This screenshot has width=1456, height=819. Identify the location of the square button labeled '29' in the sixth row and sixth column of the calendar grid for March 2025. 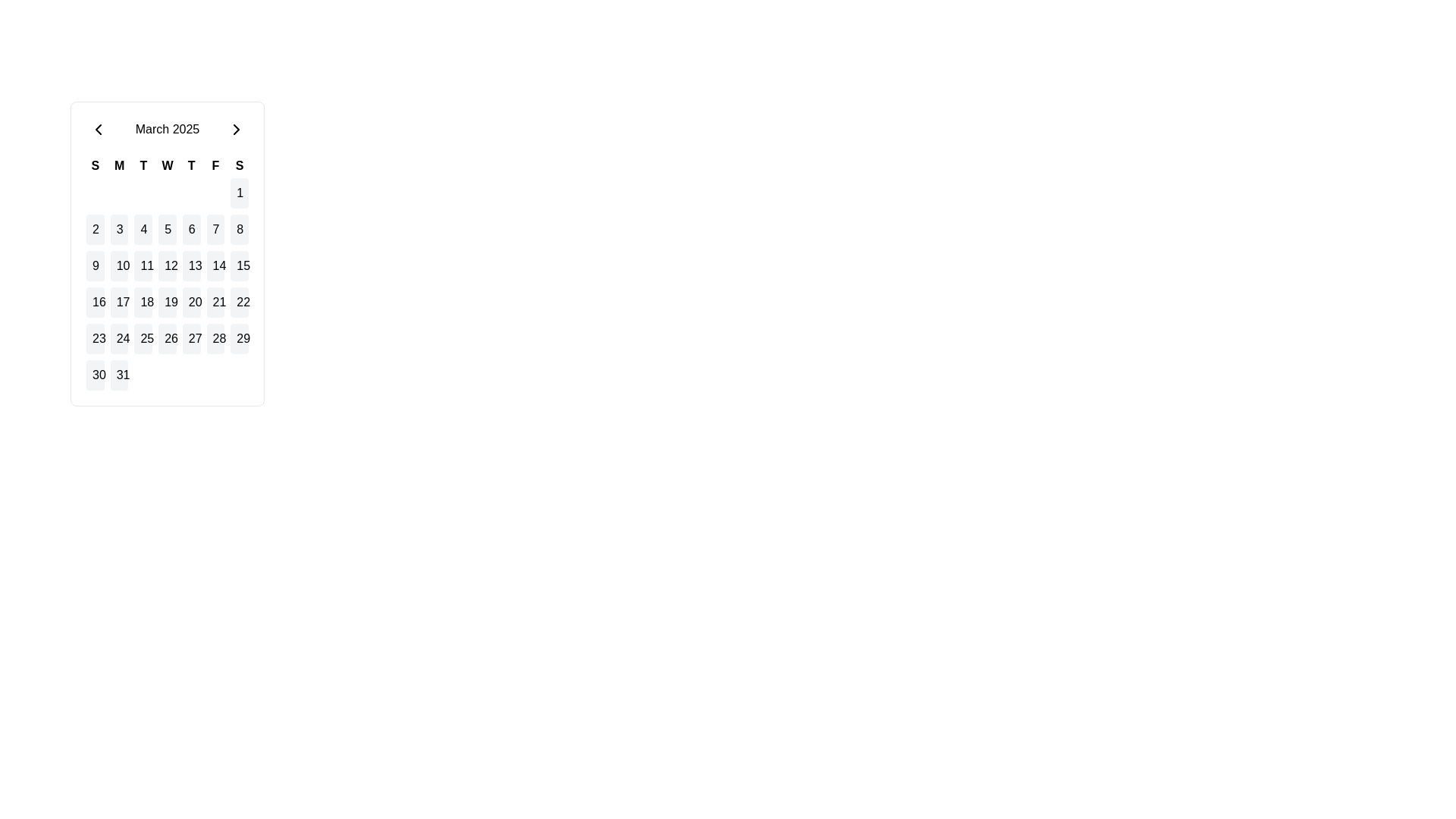
(239, 338).